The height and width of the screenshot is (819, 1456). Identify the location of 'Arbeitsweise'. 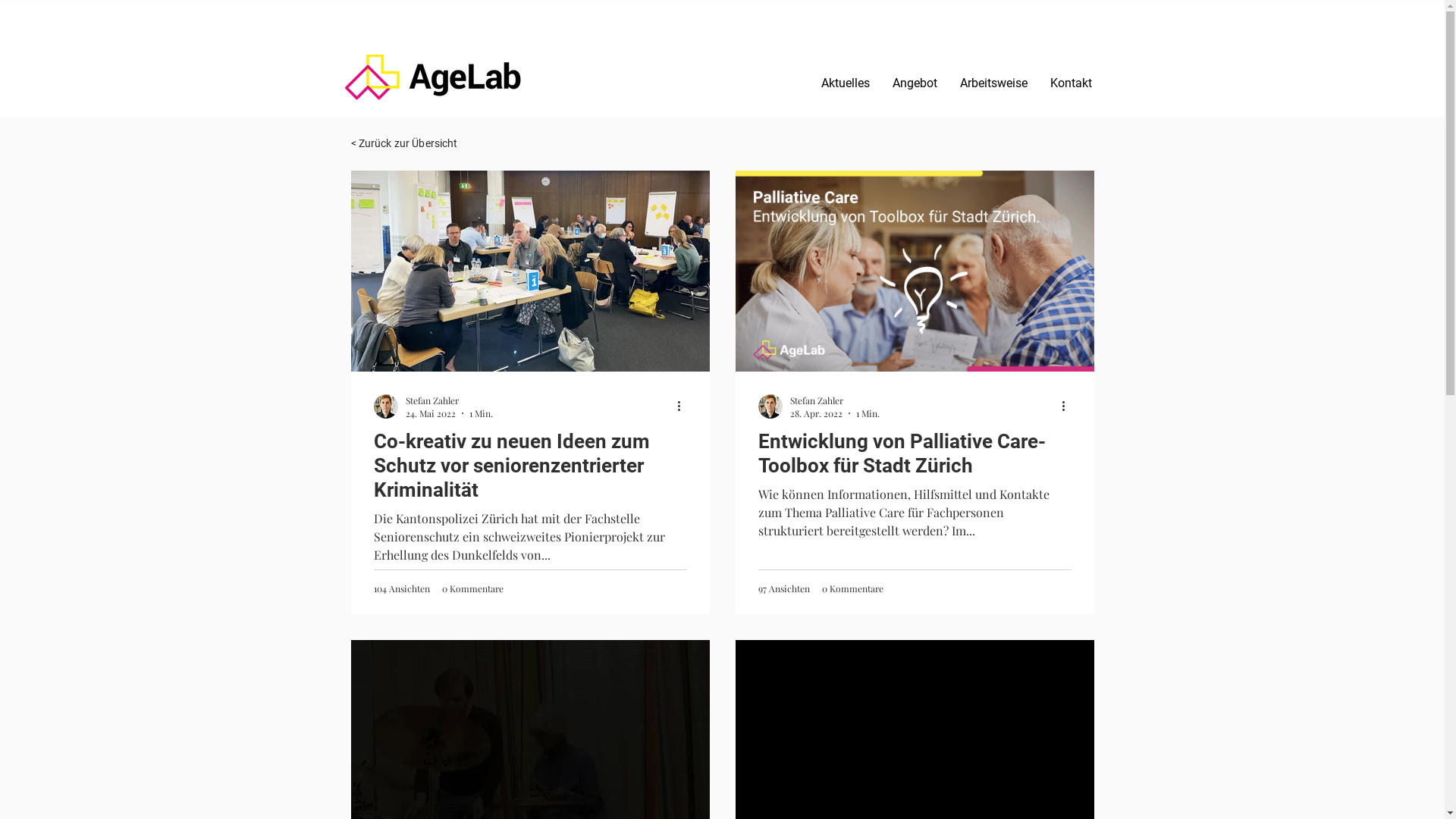
(993, 82).